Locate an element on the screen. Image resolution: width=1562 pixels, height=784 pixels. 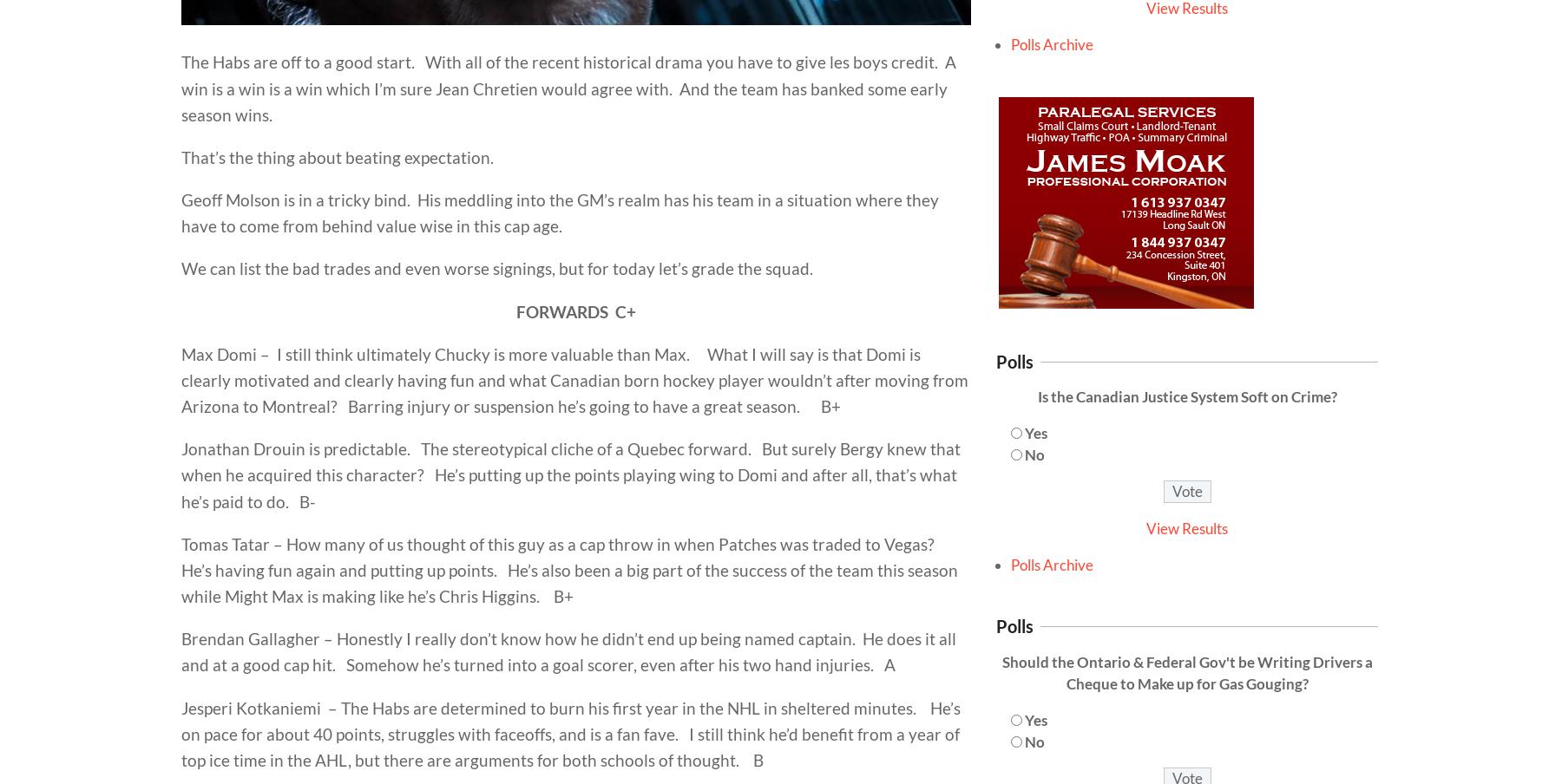
'Geoff Molson is in a tricky bind.  His meddling into the GM’s realm has his team in a situation where they have to come from behind value wise in this cap age.' is located at coordinates (180, 212).